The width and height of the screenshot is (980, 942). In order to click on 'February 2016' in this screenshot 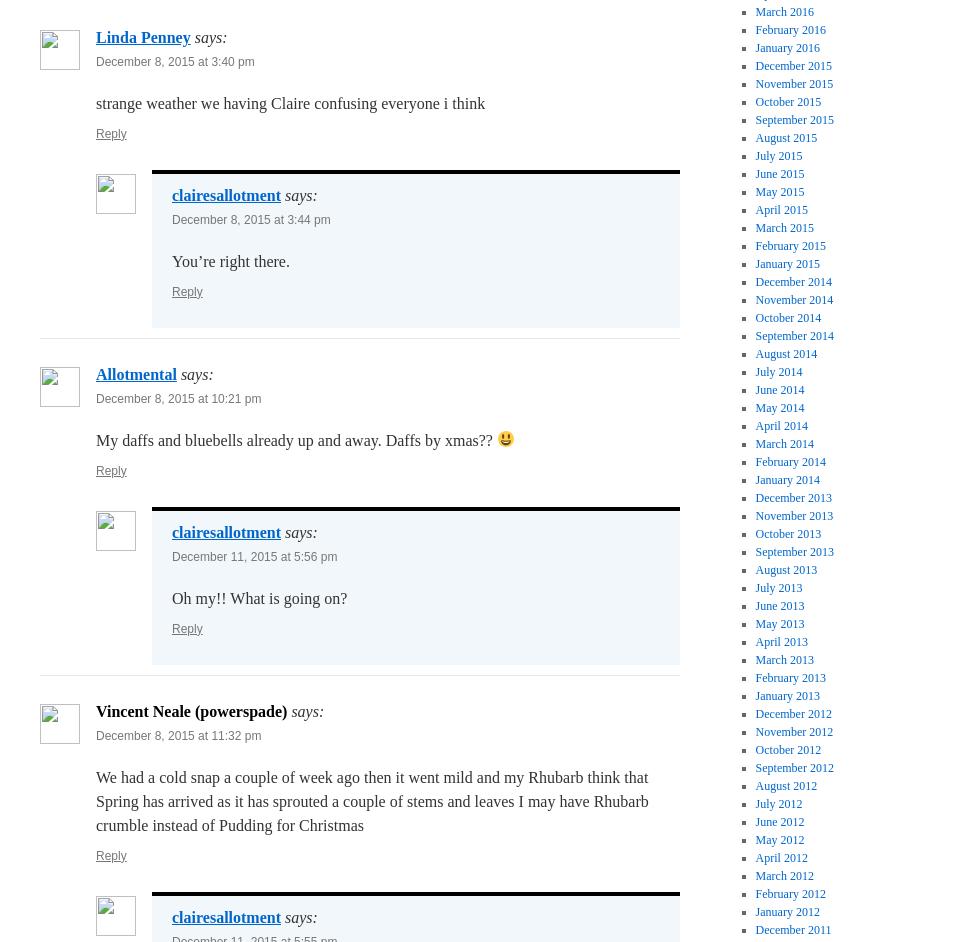, I will do `click(754, 29)`.